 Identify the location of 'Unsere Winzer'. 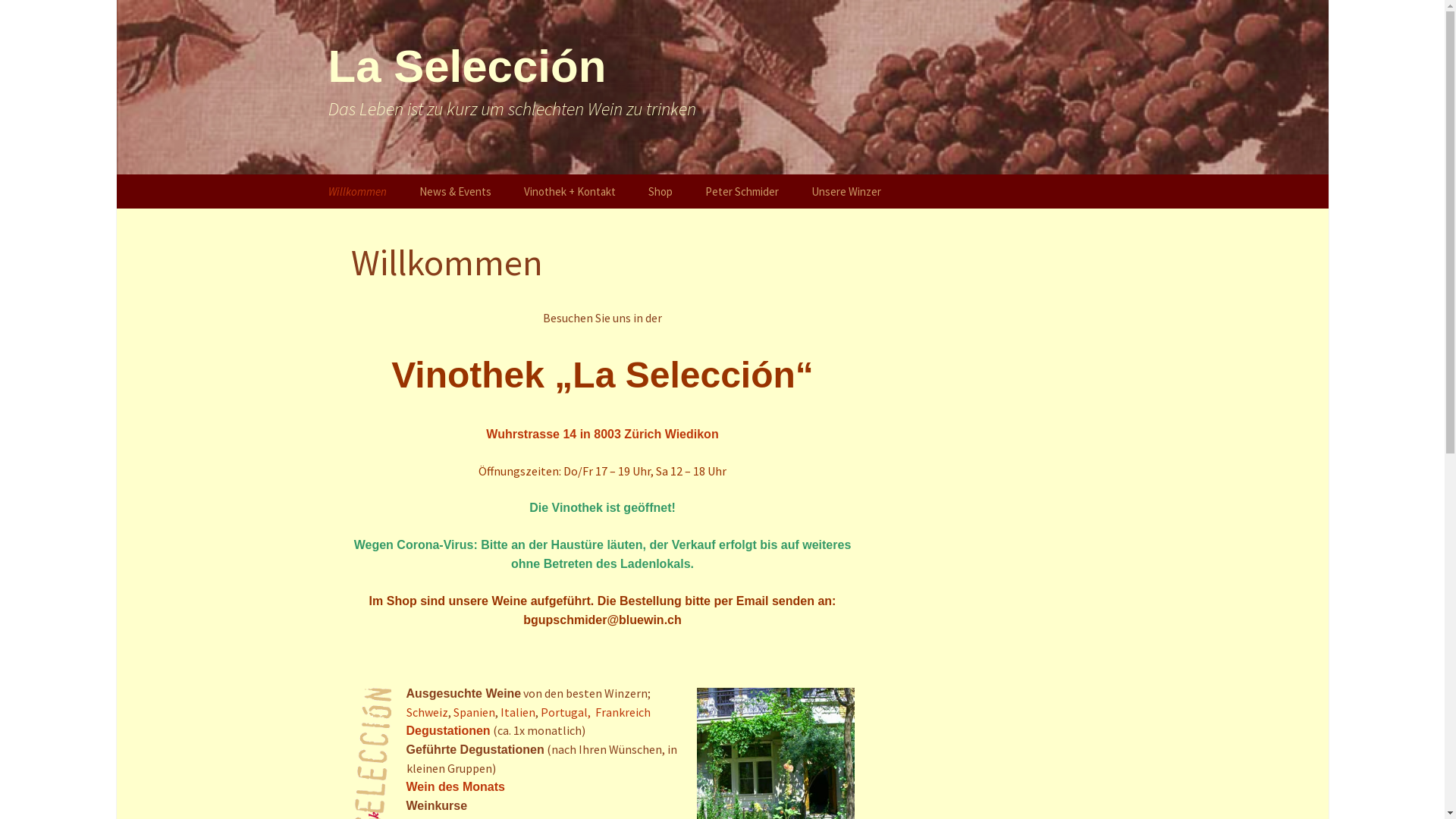
(846, 190).